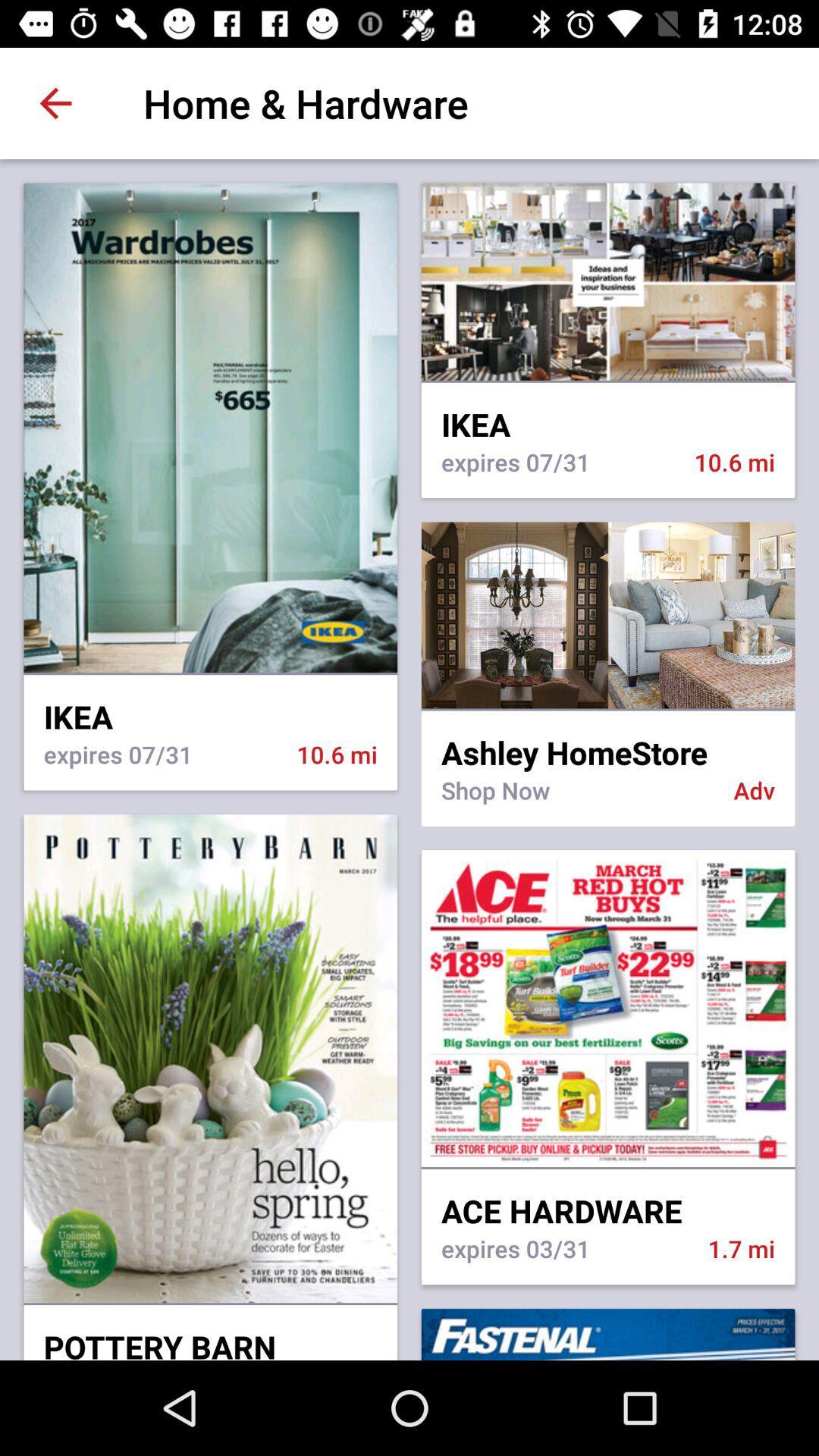  Describe the element at coordinates (607, 709) in the screenshot. I see `icon to the right of ikea` at that location.